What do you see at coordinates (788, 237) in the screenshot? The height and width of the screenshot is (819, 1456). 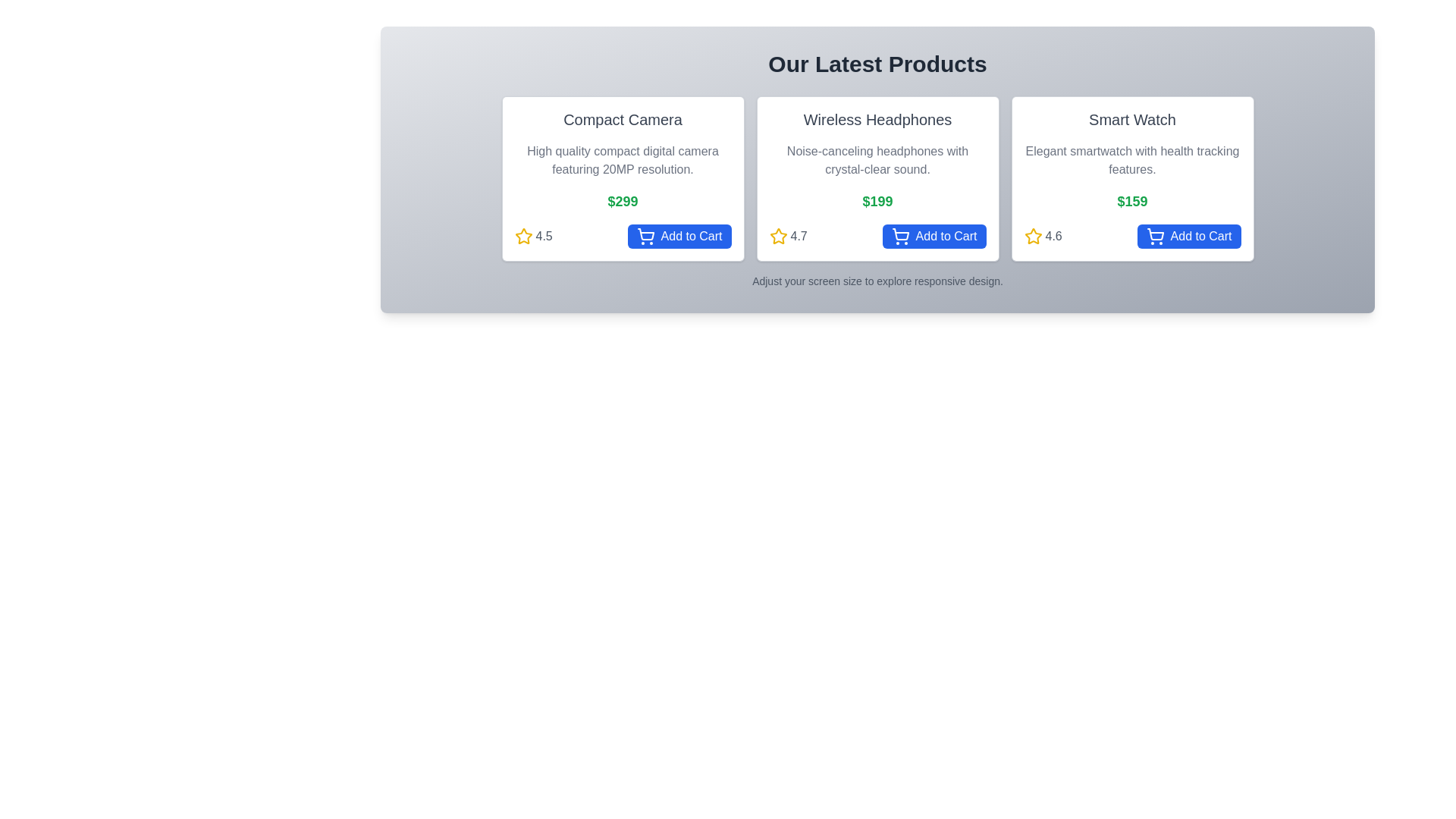 I see `the rating display showing '4.7' next to a yellow star icon, located under the product title 'Wireless Headphones'` at bounding box center [788, 237].